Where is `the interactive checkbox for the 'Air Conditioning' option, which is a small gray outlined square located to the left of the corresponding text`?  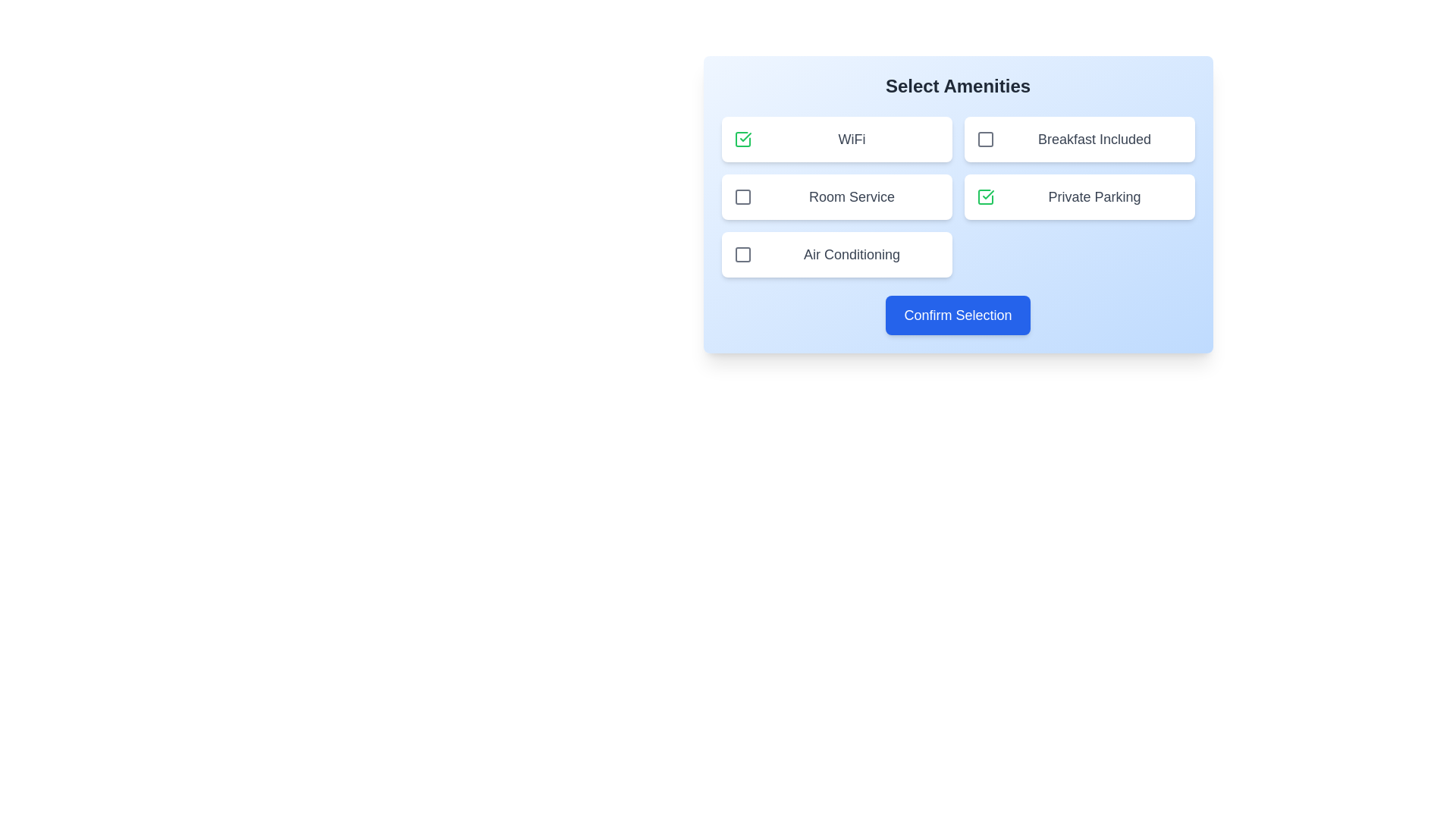 the interactive checkbox for the 'Air Conditioning' option, which is a small gray outlined square located to the left of the corresponding text is located at coordinates (742, 253).